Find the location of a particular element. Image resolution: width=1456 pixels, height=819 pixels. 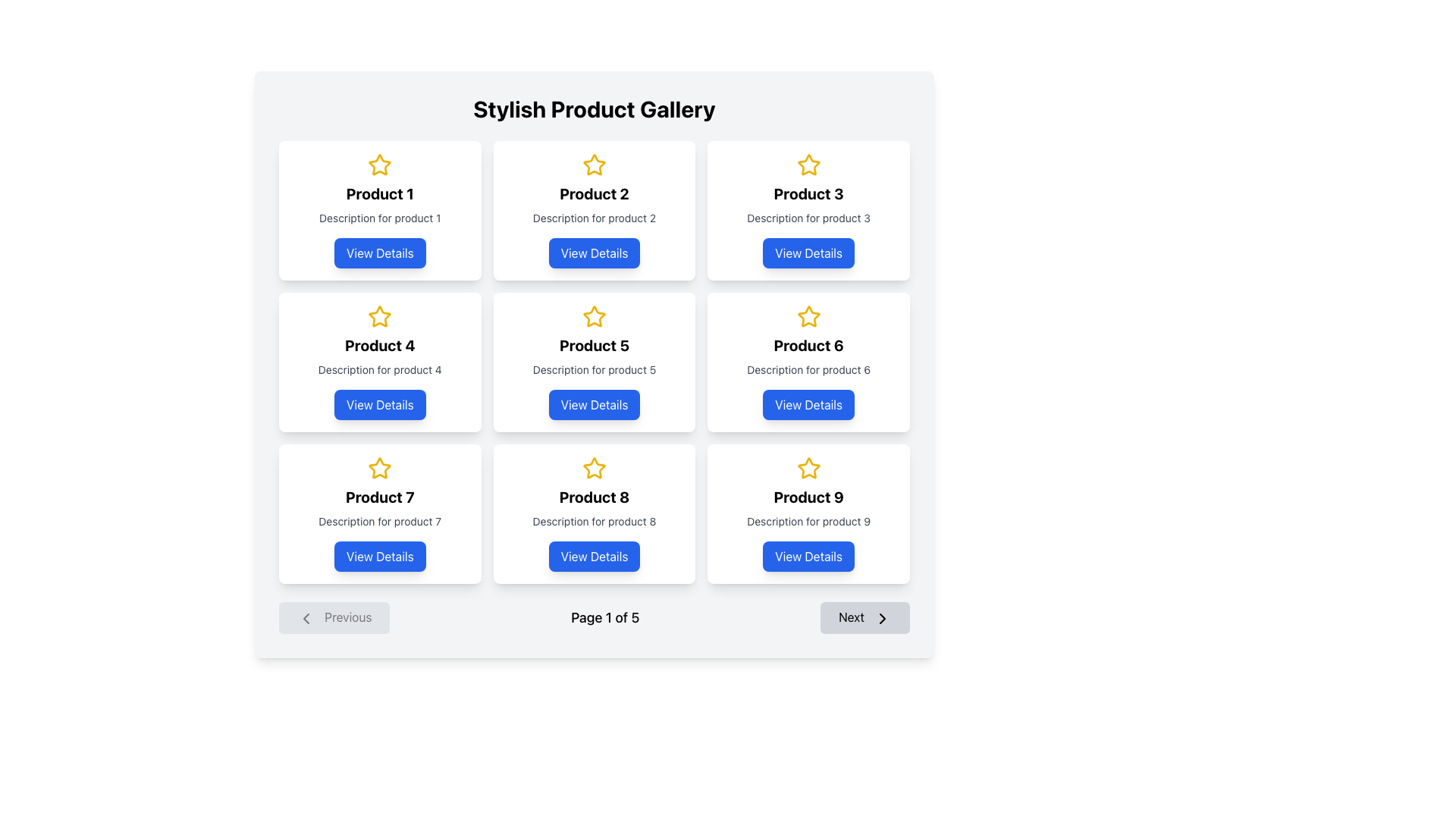

the blue rectangular button labeled 'View Details' for 'Product 4' to change its appearance is located at coordinates (380, 403).